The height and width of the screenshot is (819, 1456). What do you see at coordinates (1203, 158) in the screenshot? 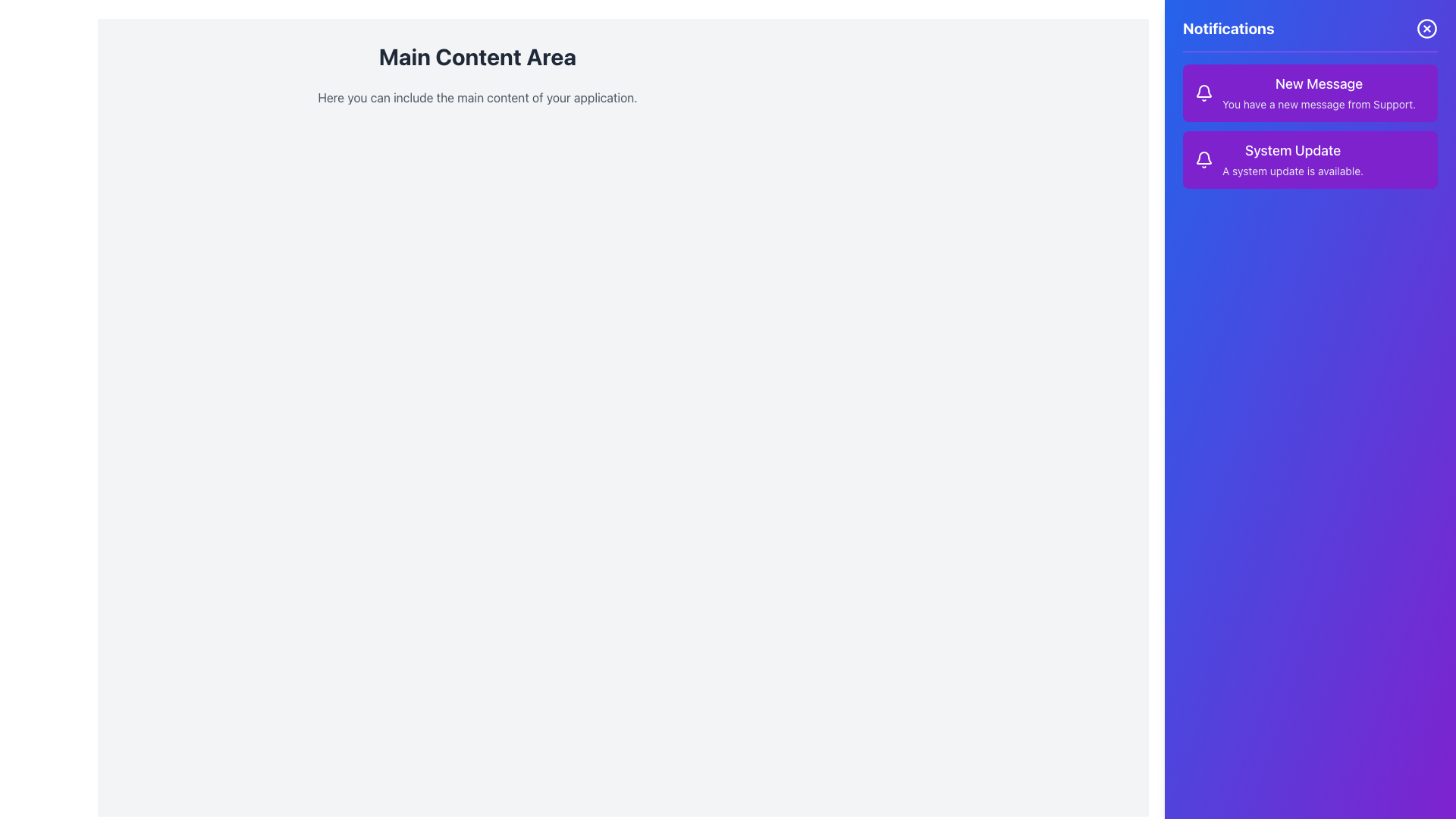
I see `the 'System Update' notification icon located at the top section of the notification sidebar` at bounding box center [1203, 158].